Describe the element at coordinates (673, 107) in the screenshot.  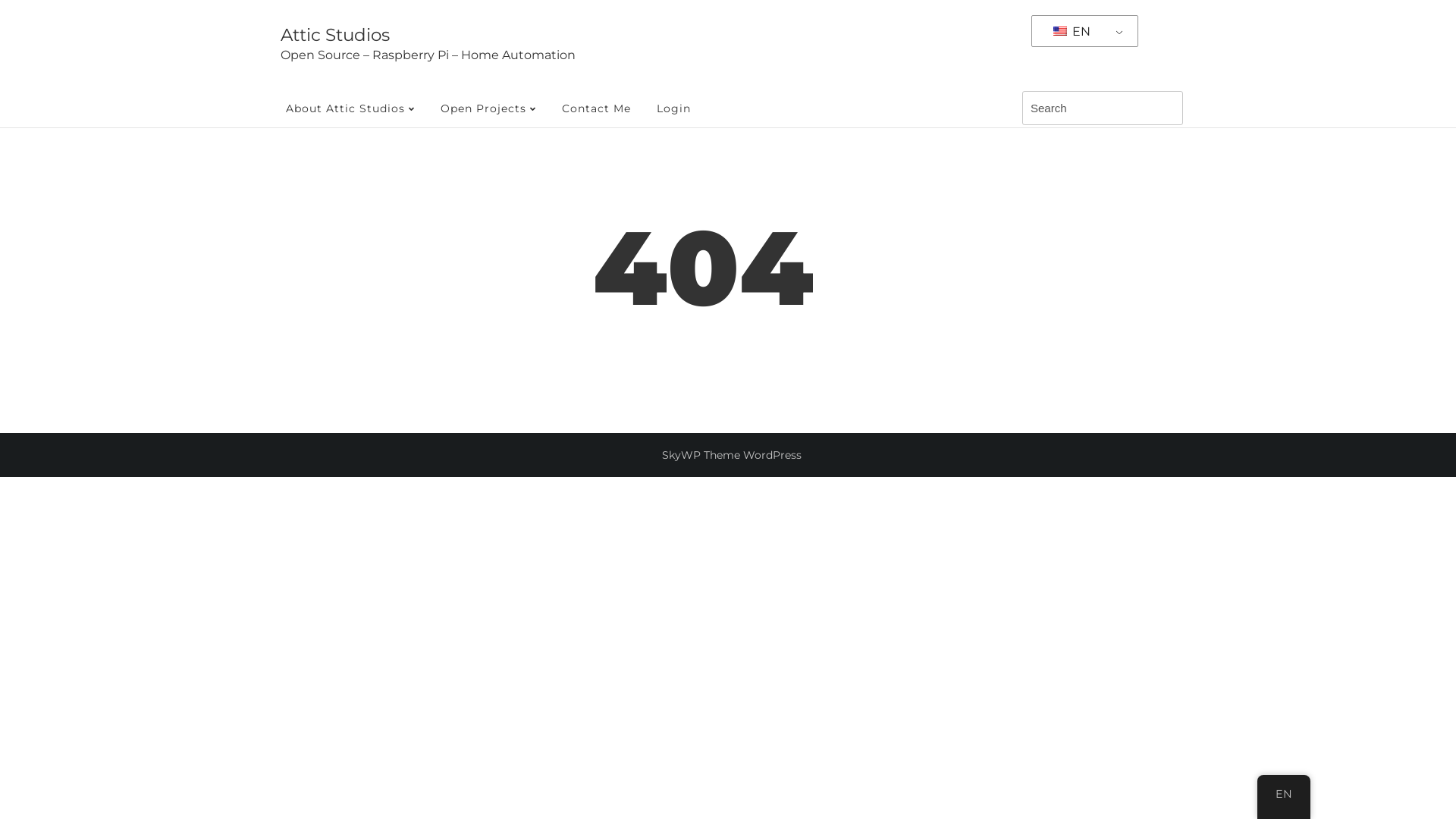
I see `'Login'` at that location.